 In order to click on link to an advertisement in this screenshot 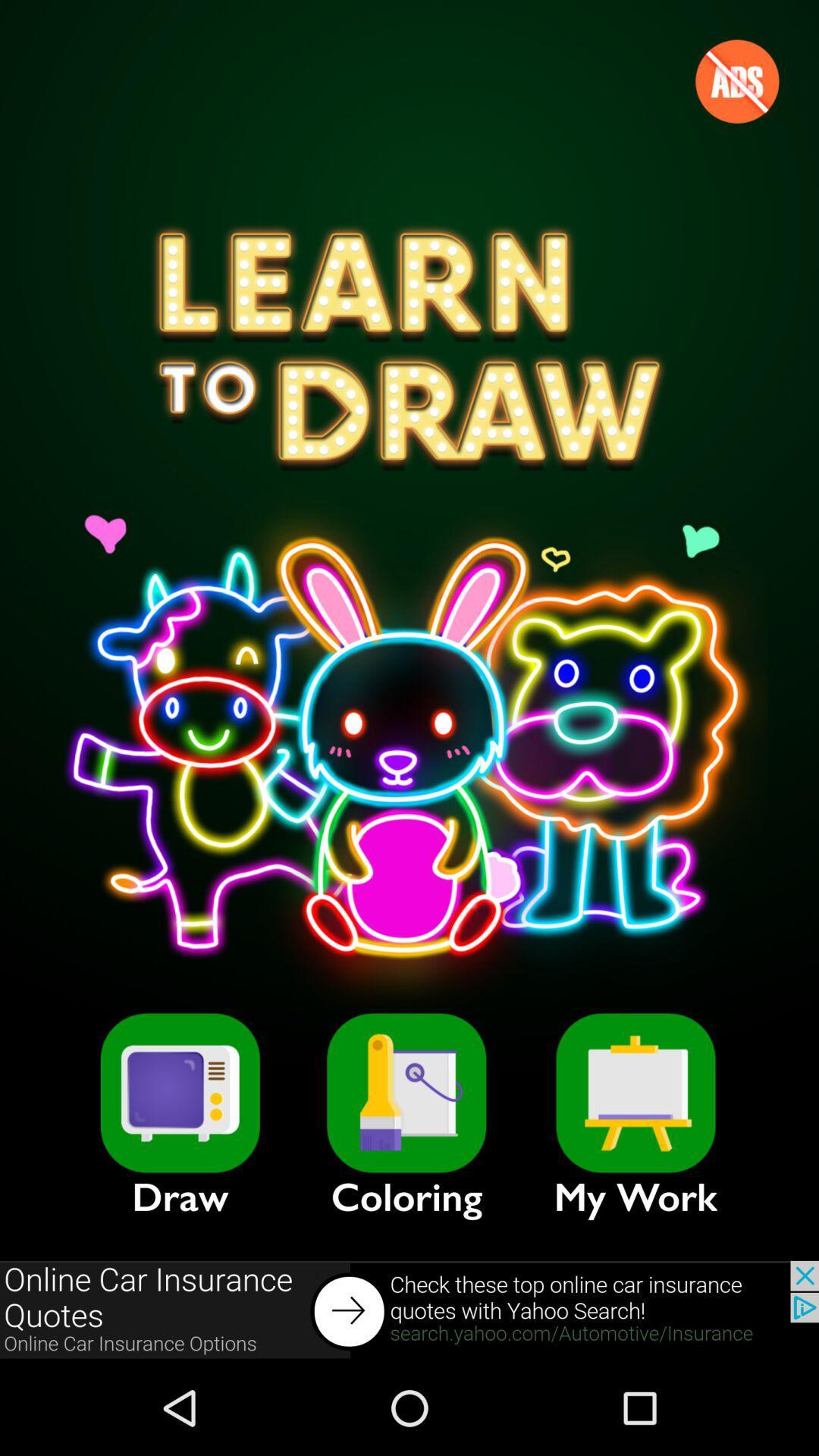, I will do `click(409, 1310)`.